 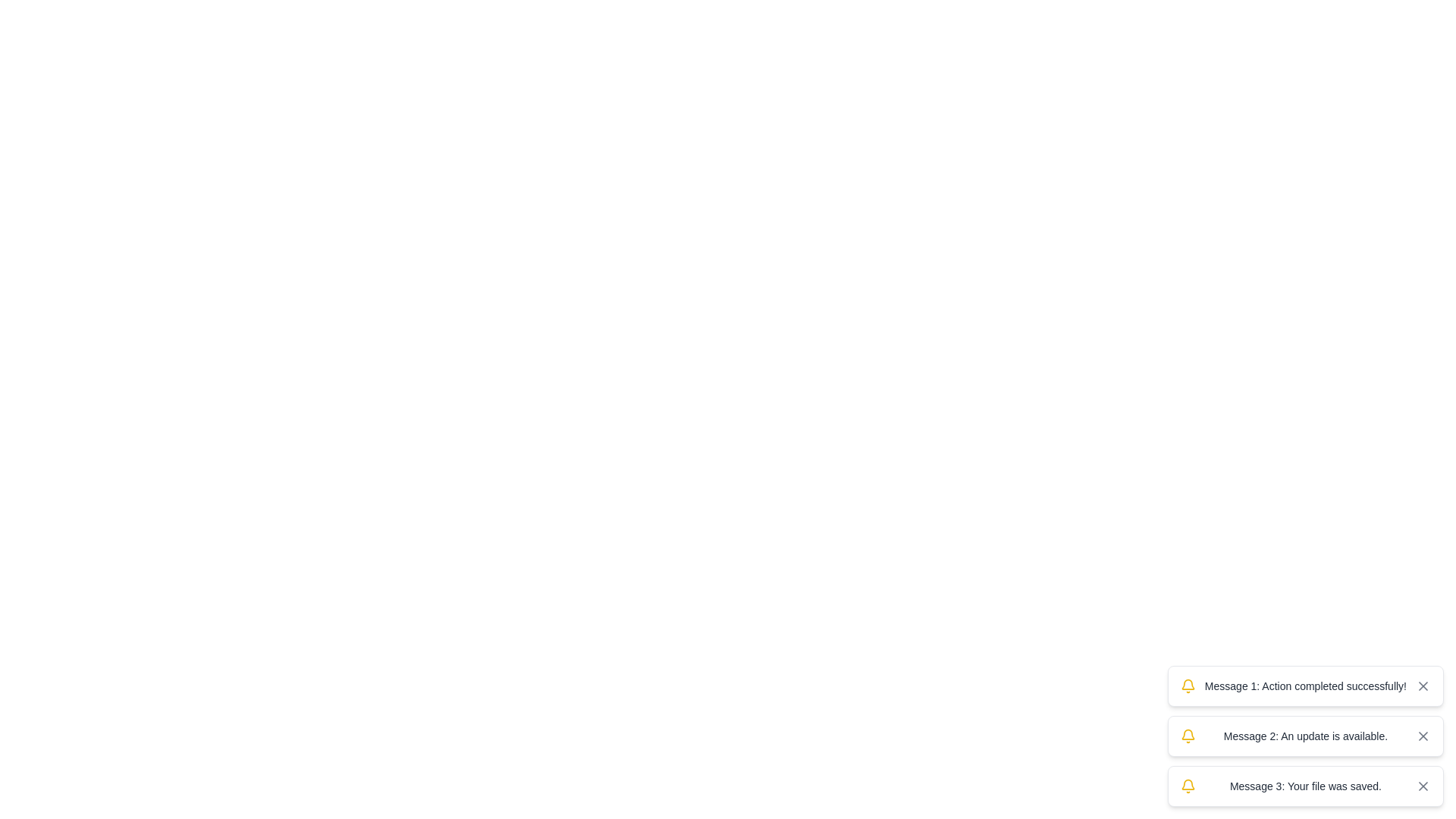 I want to click on the close button located on the far right side of the message box labeled 'Message 2: An update is available.', so click(x=1422, y=736).